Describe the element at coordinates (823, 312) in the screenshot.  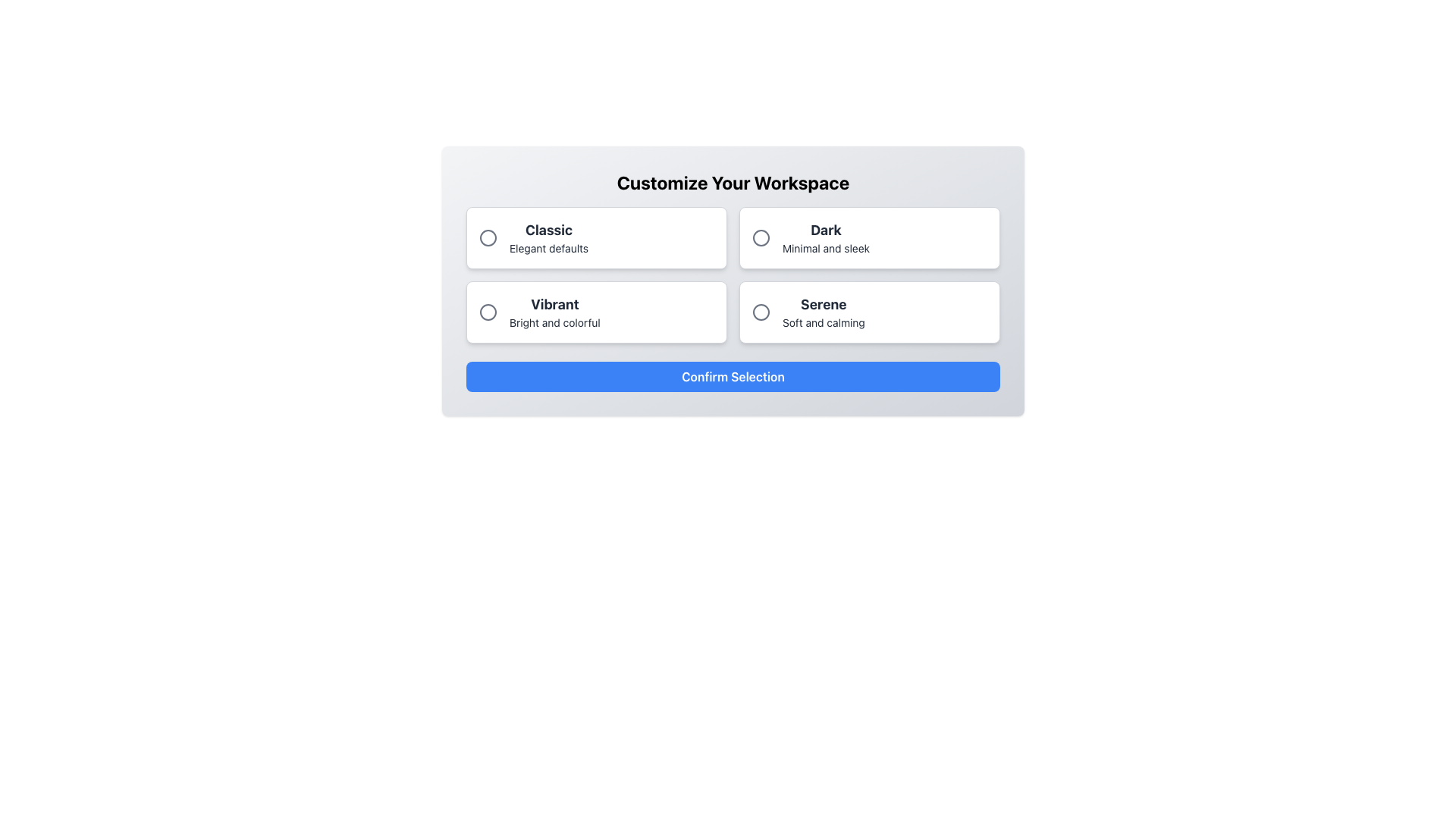
I see `text description of the 'Serene' customization option, which is the third option in the workspace customization choices, located in the bottom-right quadrant of the group` at that location.